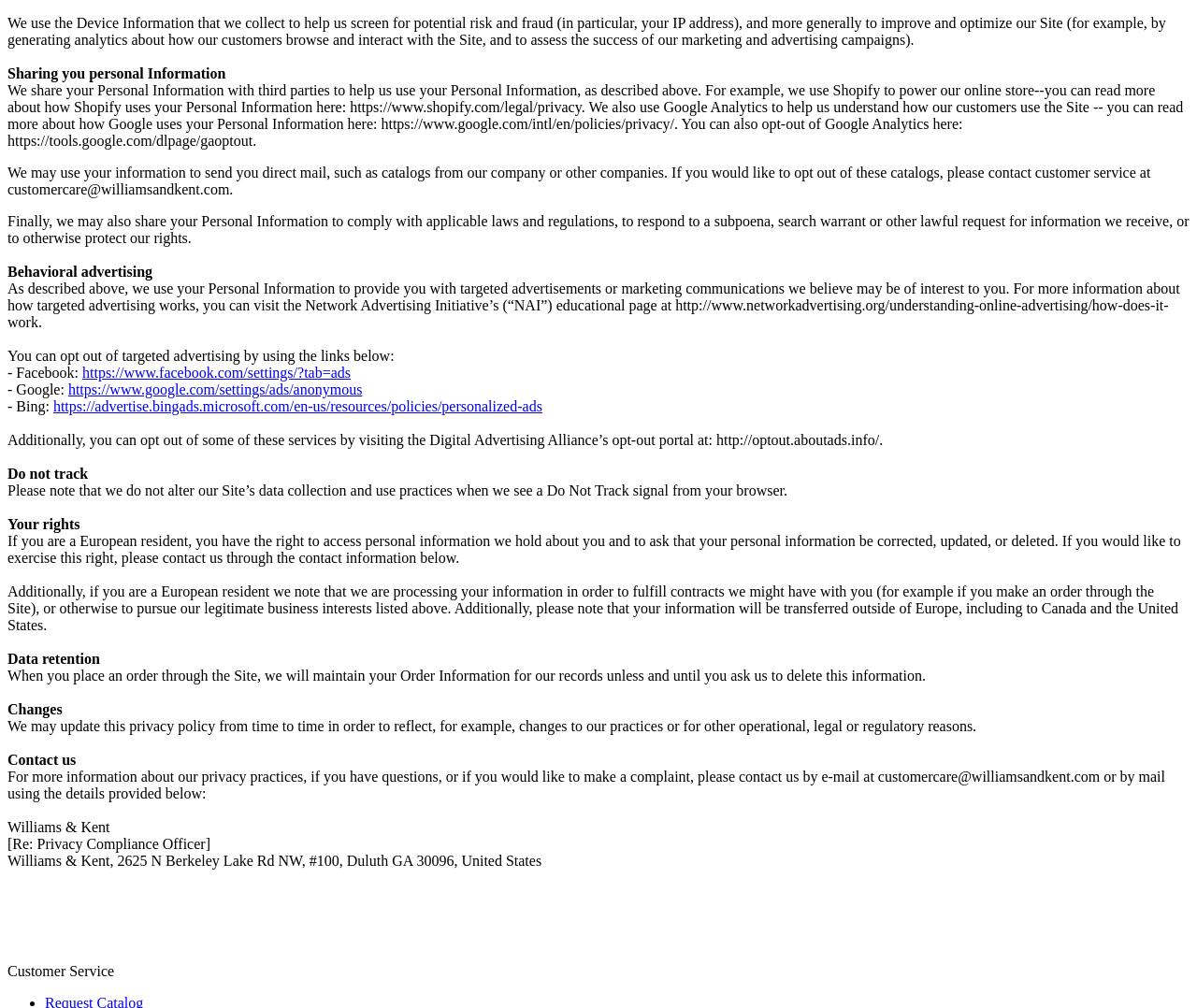 The image size is (1197, 1008). What do you see at coordinates (491, 724) in the screenshot?
I see `'We may update this privacy policy from time to time in order to reflect, for example, changes to our practices or for other operational, legal or regulatory reasons.'` at bounding box center [491, 724].